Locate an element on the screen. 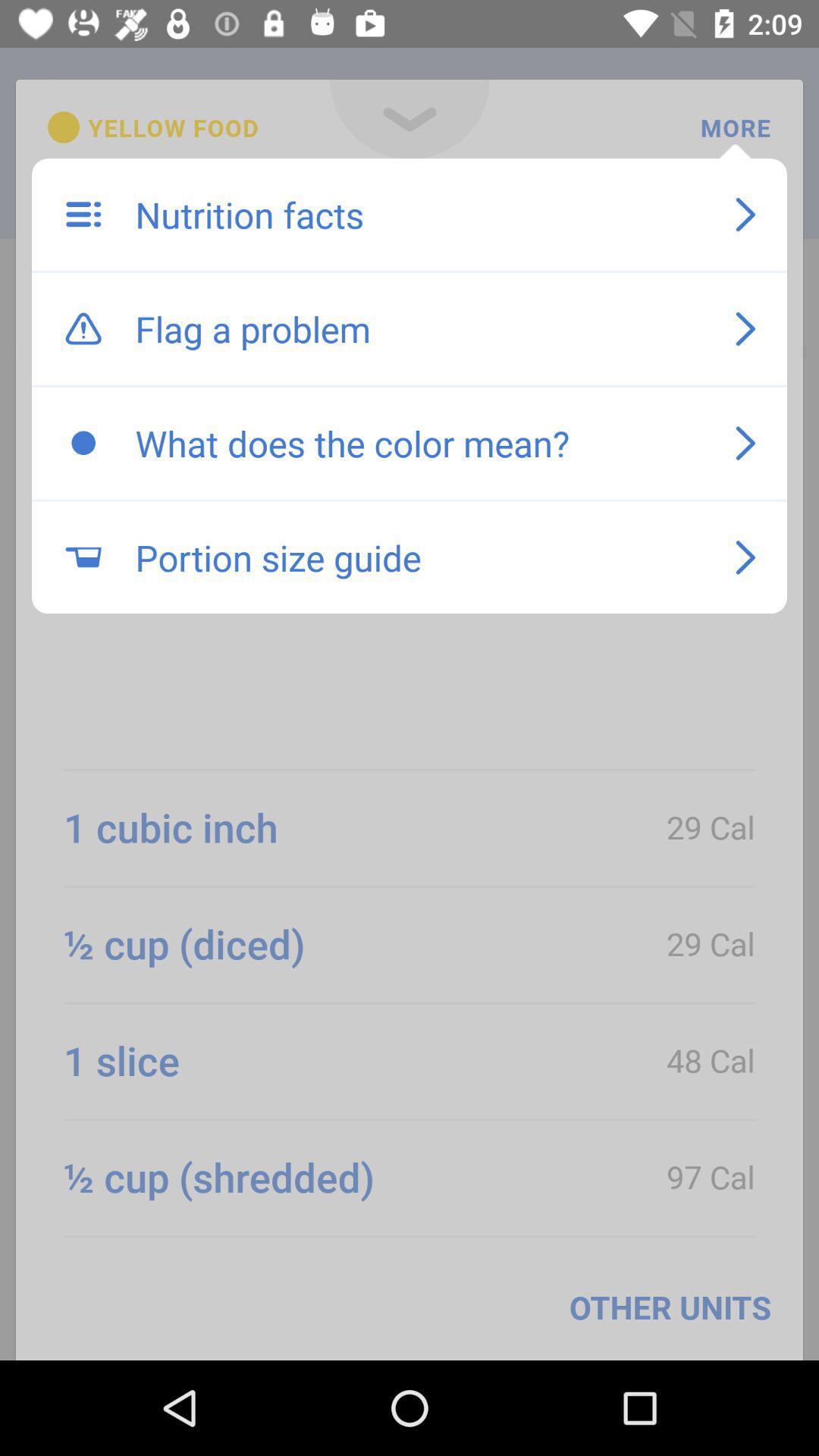 The height and width of the screenshot is (1456, 819). the icon below what does the is located at coordinates (419, 557).